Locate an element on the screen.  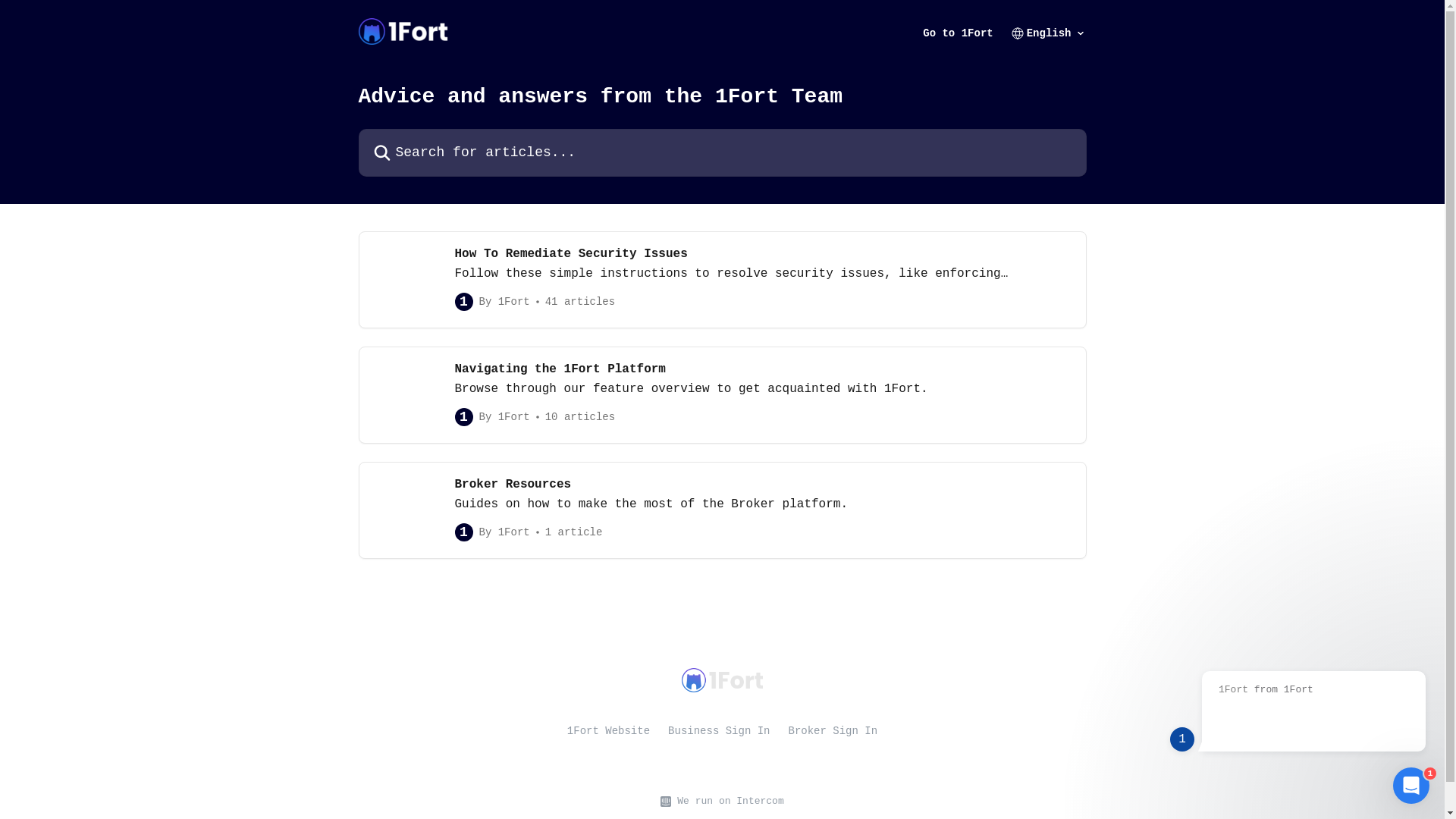
'Broker Sign In' is located at coordinates (833, 730).